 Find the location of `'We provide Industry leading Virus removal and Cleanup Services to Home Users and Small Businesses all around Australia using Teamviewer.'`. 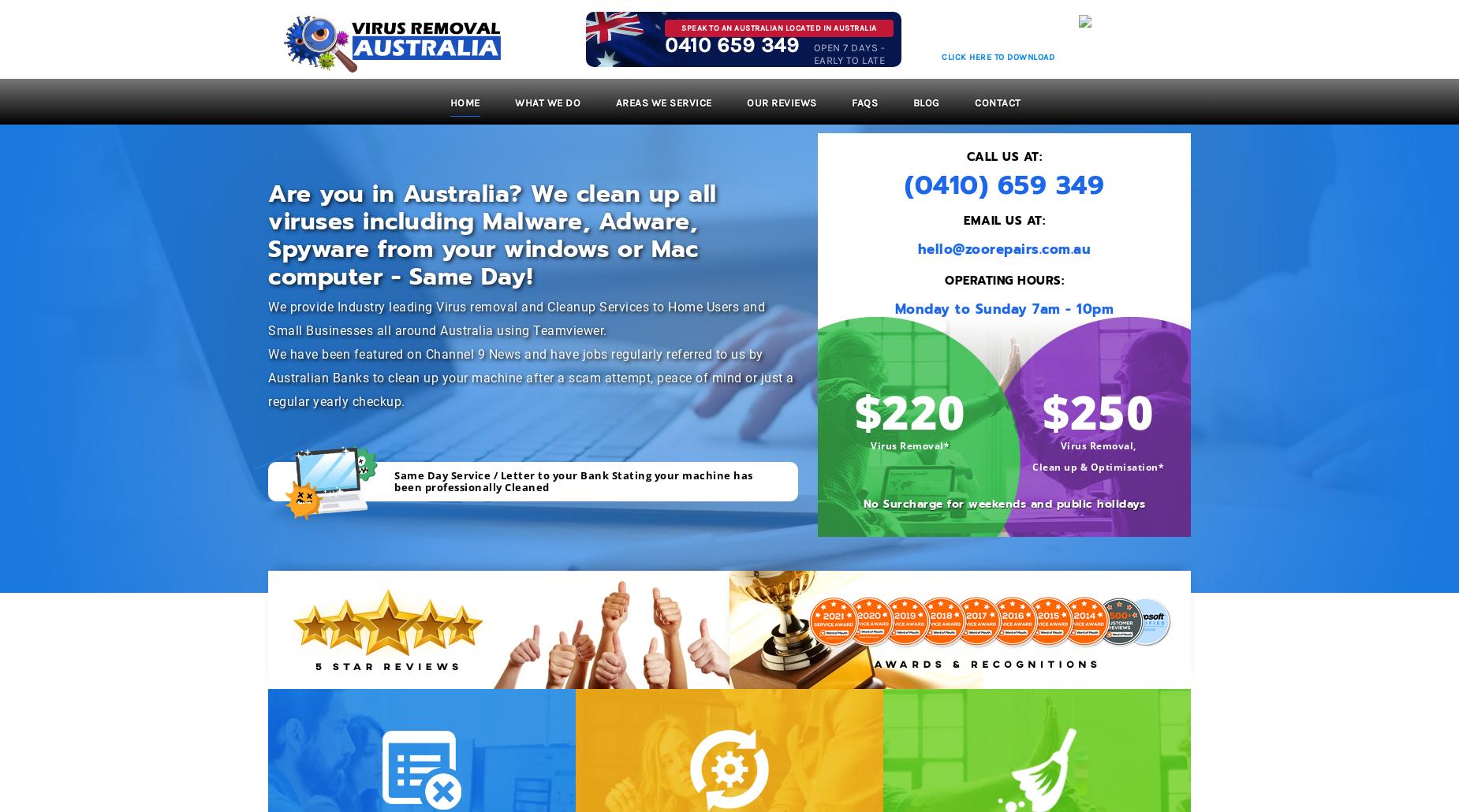

'We provide Industry leading Virus removal and Cleanup Services to Home Users and Small Businesses all around Australia using Teamviewer.' is located at coordinates (517, 318).